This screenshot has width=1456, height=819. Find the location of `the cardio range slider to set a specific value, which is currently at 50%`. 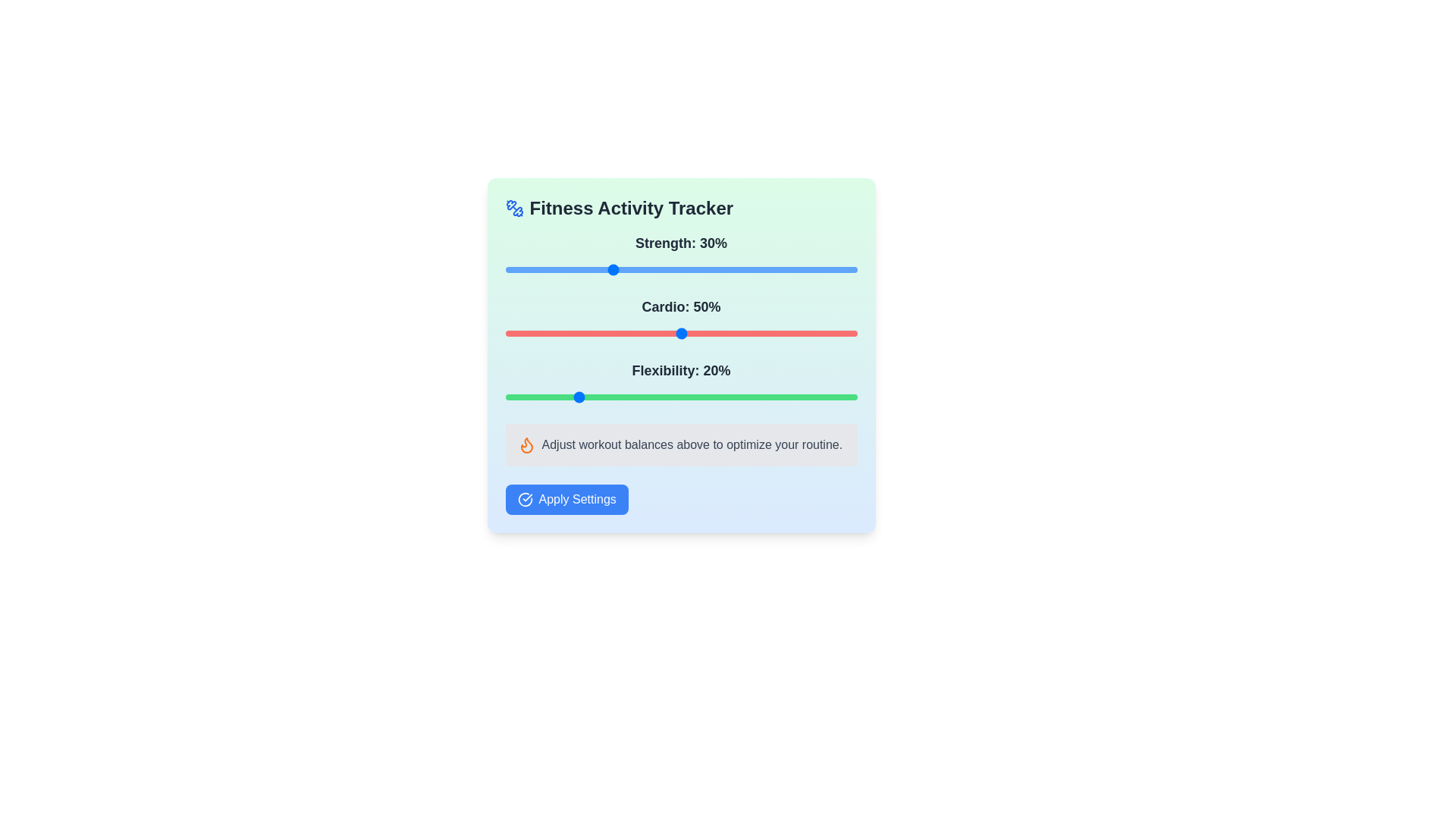

the cardio range slider to set a specific value, which is currently at 50% is located at coordinates (680, 332).